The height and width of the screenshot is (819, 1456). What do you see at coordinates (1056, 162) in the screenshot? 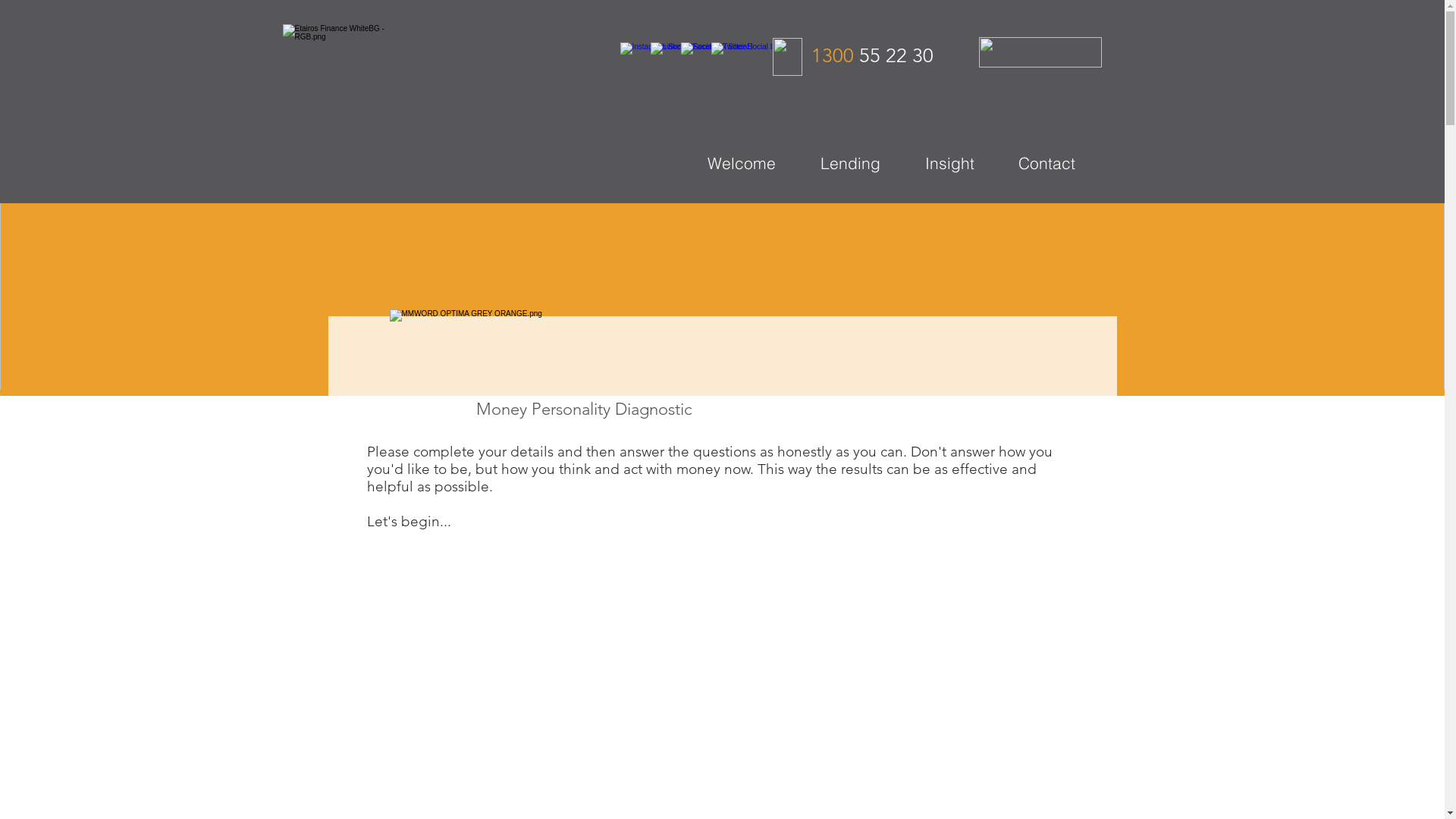
I see `'Contact'` at bounding box center [1056, 162].